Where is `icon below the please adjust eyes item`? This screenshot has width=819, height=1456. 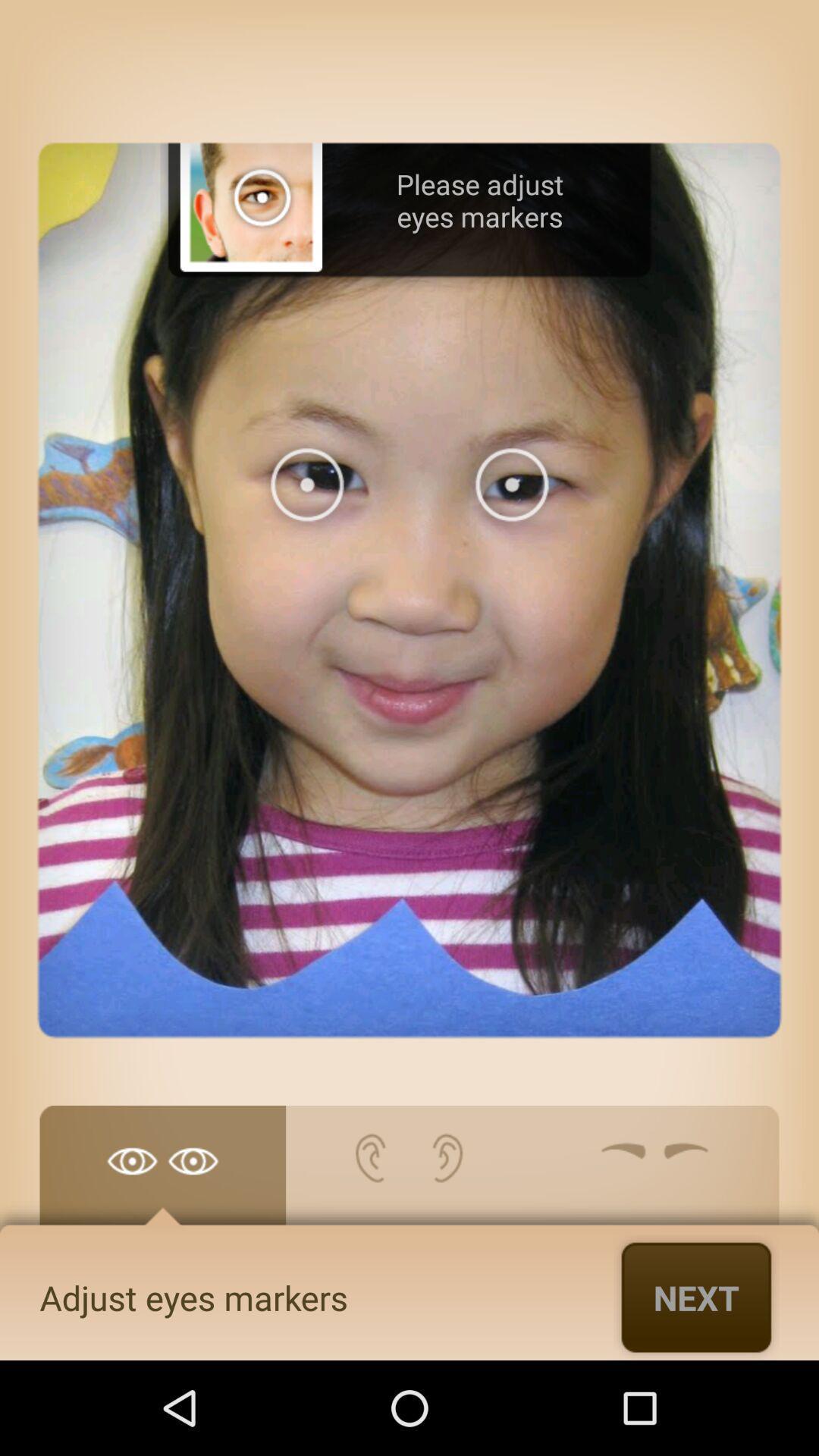
icon below the please adjust eyes item is located at coordinates (696, 1297).